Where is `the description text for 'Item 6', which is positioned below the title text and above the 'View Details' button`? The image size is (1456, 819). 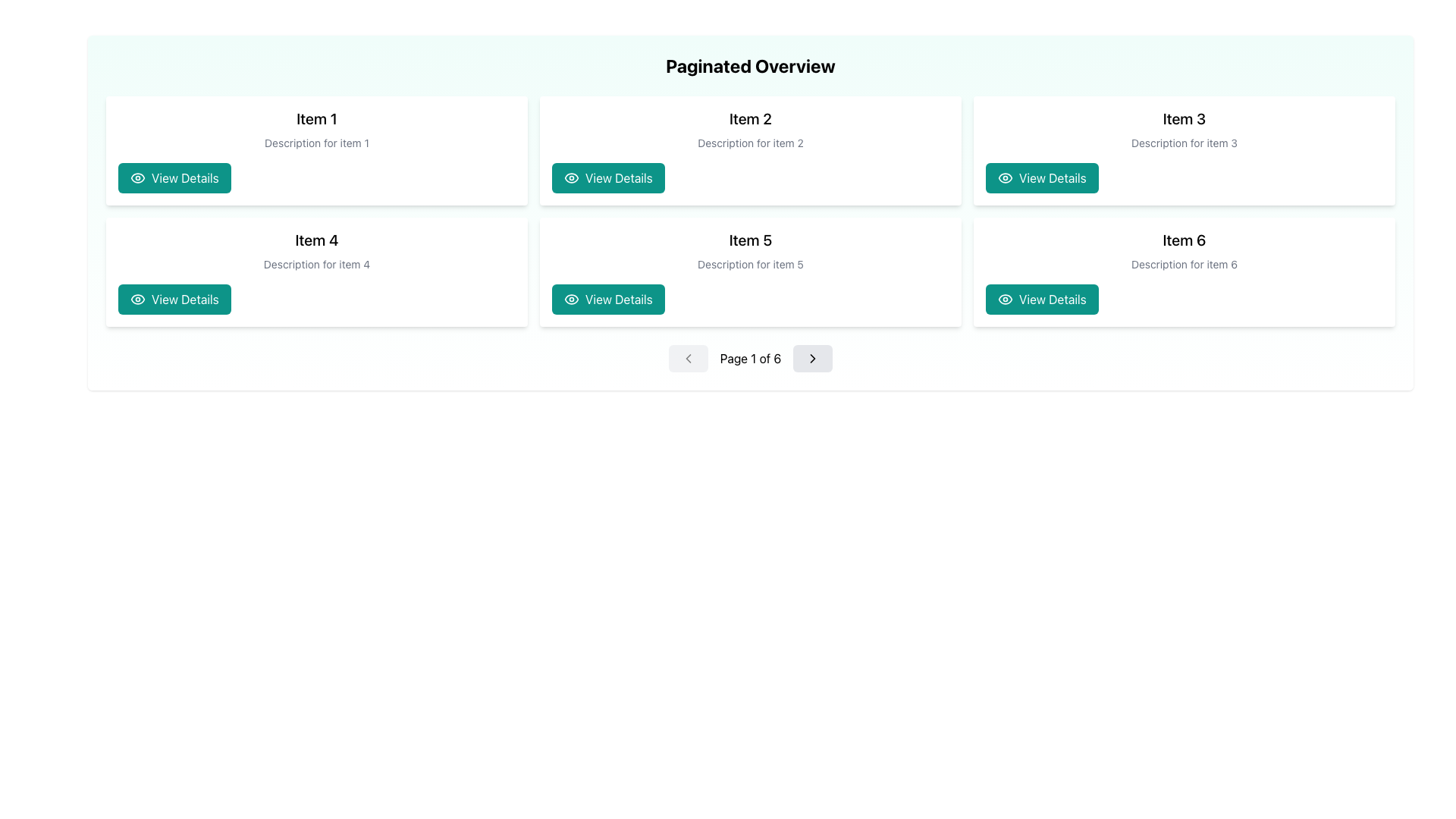 the description text for 'Item 6', which is positioned below the title text and above the 'View Details' button is located at coordinates (1183, 263).